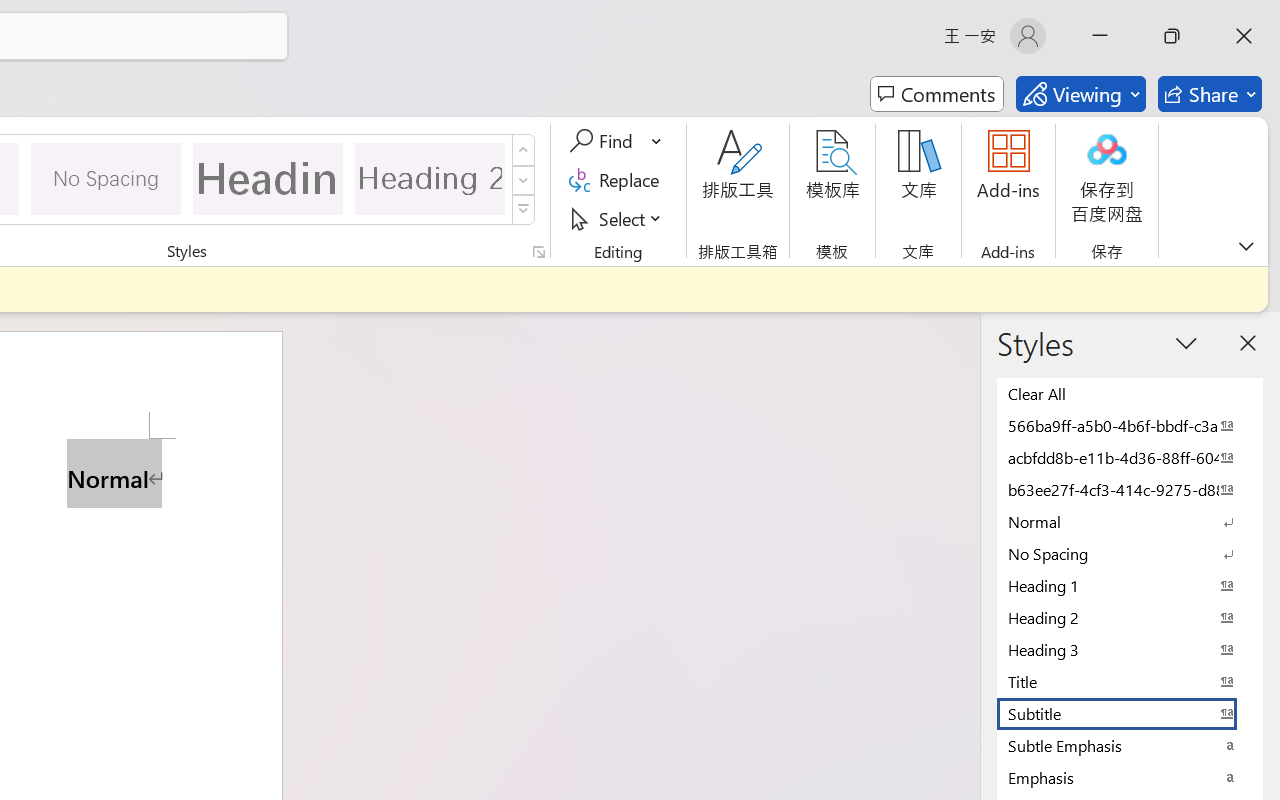  Describe the element at coordinates (429, 177) in the screenshot. I see `'Heading 2'` at that location.